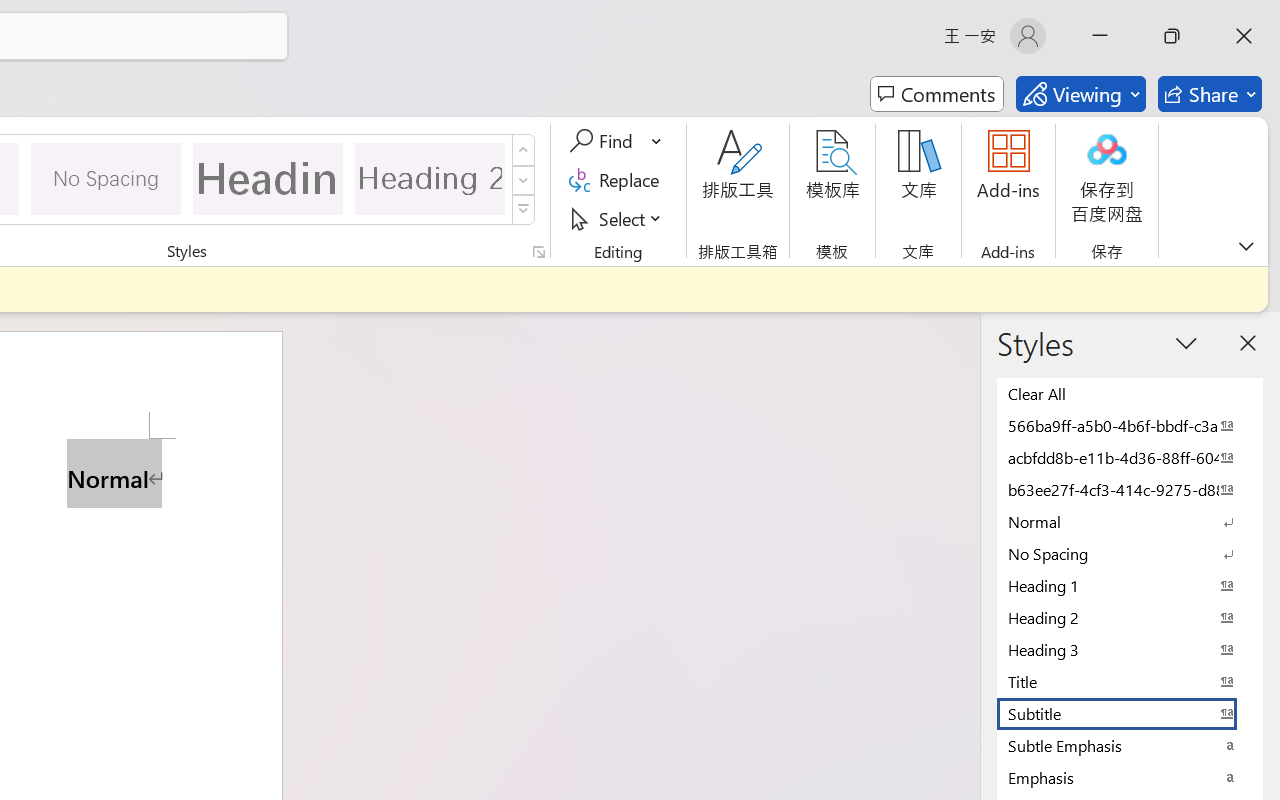  Describe the element at coordinates (429, 177) in the screenshot. I see `'Heading 2'` at that location.